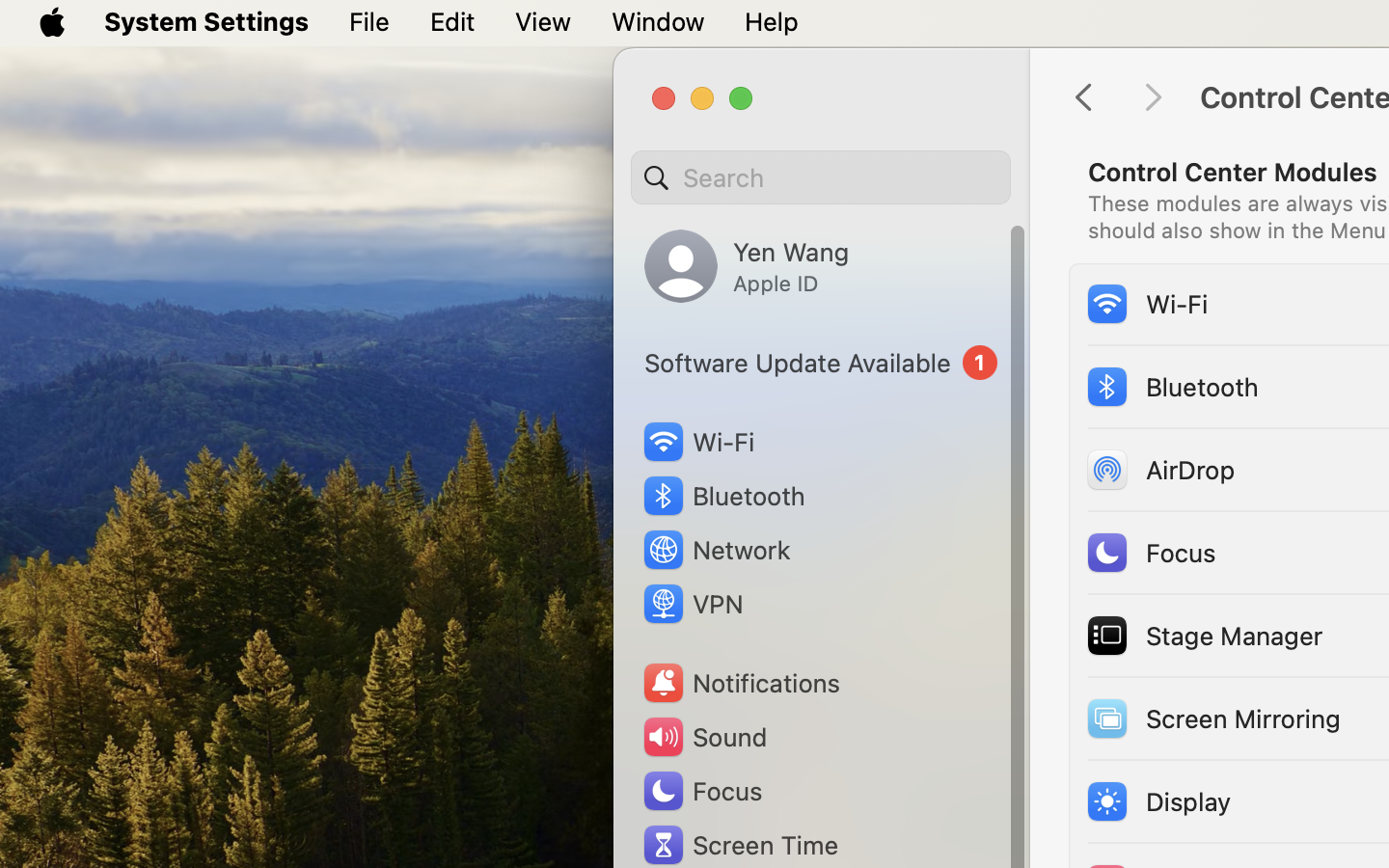 The height and width of the screenshot is (868, 1389). Describe the element at coordinates (1211, 717) in the screenshot. I see `'Screen Mirroring'` at that location.